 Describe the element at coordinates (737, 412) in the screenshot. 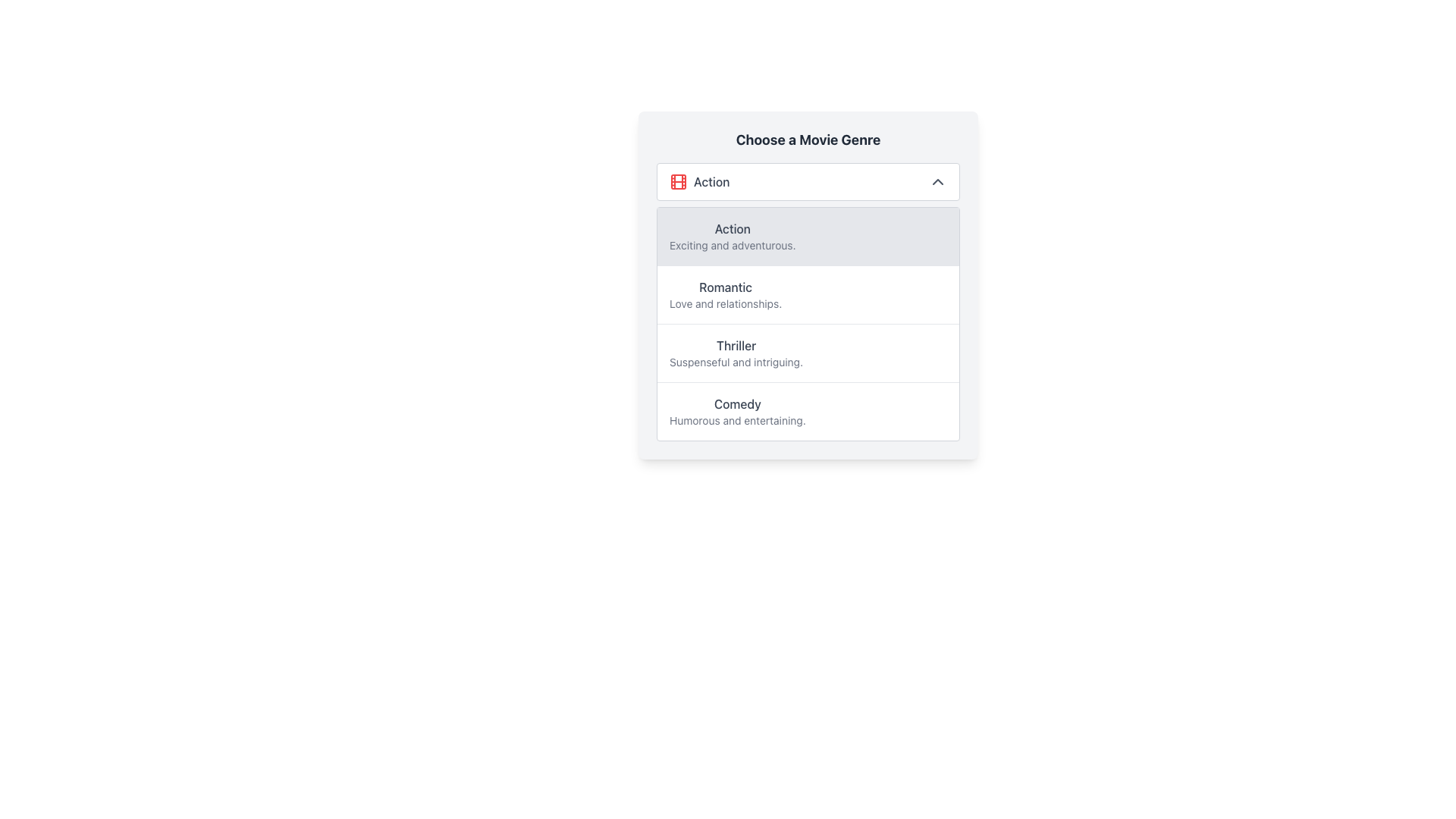

I see `to select the 'Comedy' genre option in the dropdown list titled 'Choose a Movie Genre', which is the fourth option and is styled with bold text and a description below it` at that location.